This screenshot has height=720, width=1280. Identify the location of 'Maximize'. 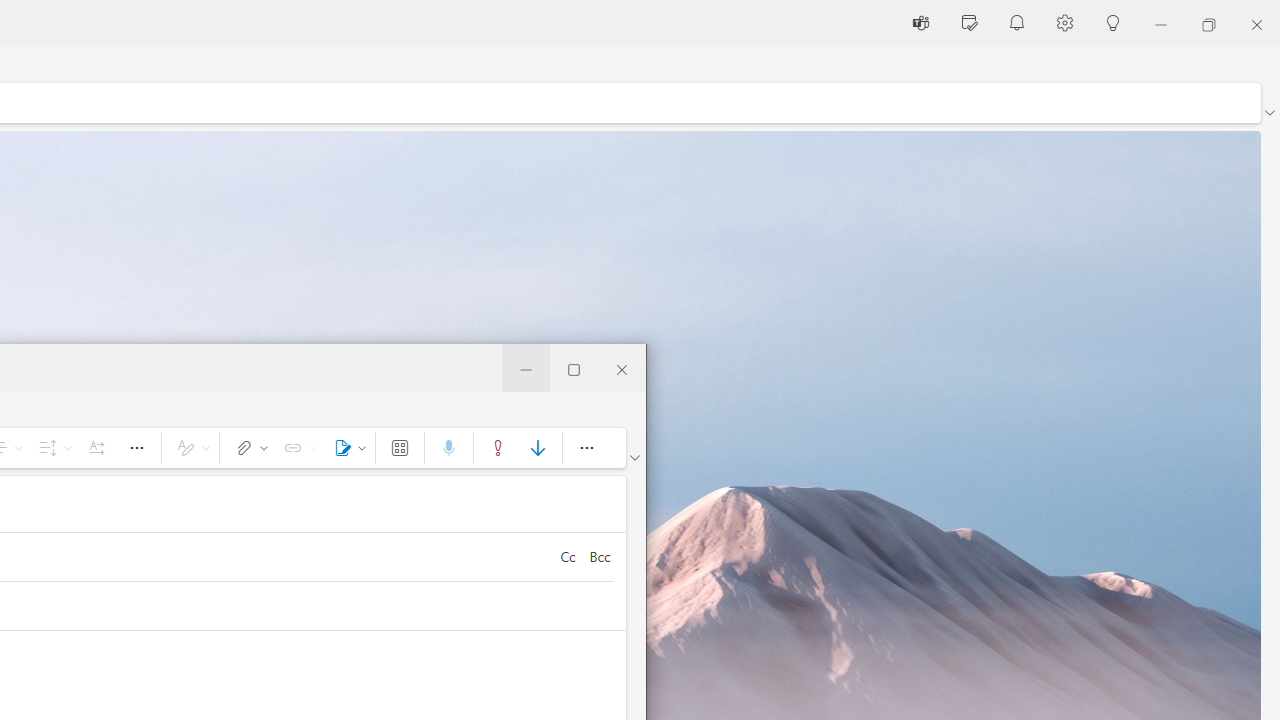
(573, 367).